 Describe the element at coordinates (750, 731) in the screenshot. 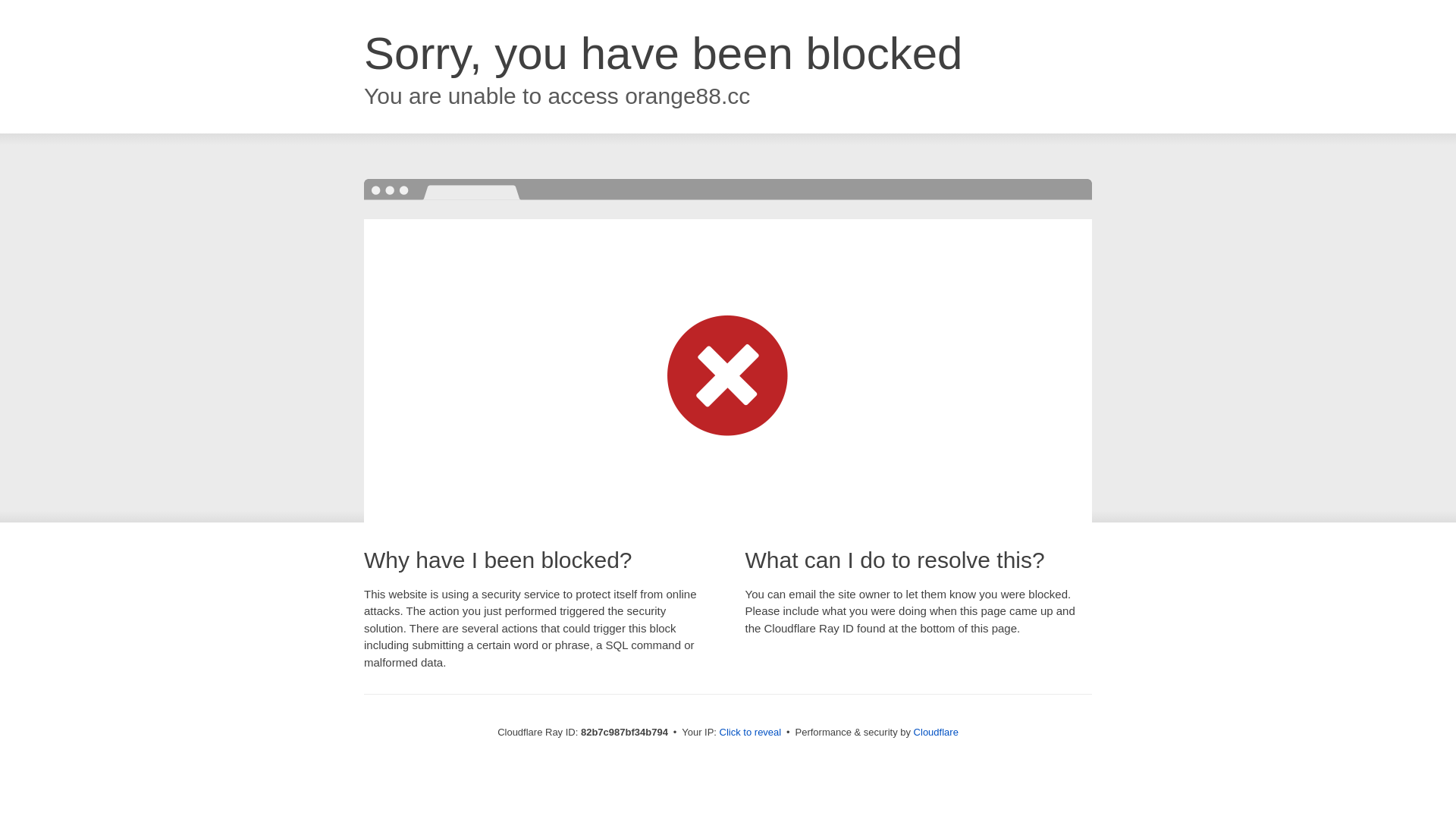

I see `'Click to reveal'` at that location.